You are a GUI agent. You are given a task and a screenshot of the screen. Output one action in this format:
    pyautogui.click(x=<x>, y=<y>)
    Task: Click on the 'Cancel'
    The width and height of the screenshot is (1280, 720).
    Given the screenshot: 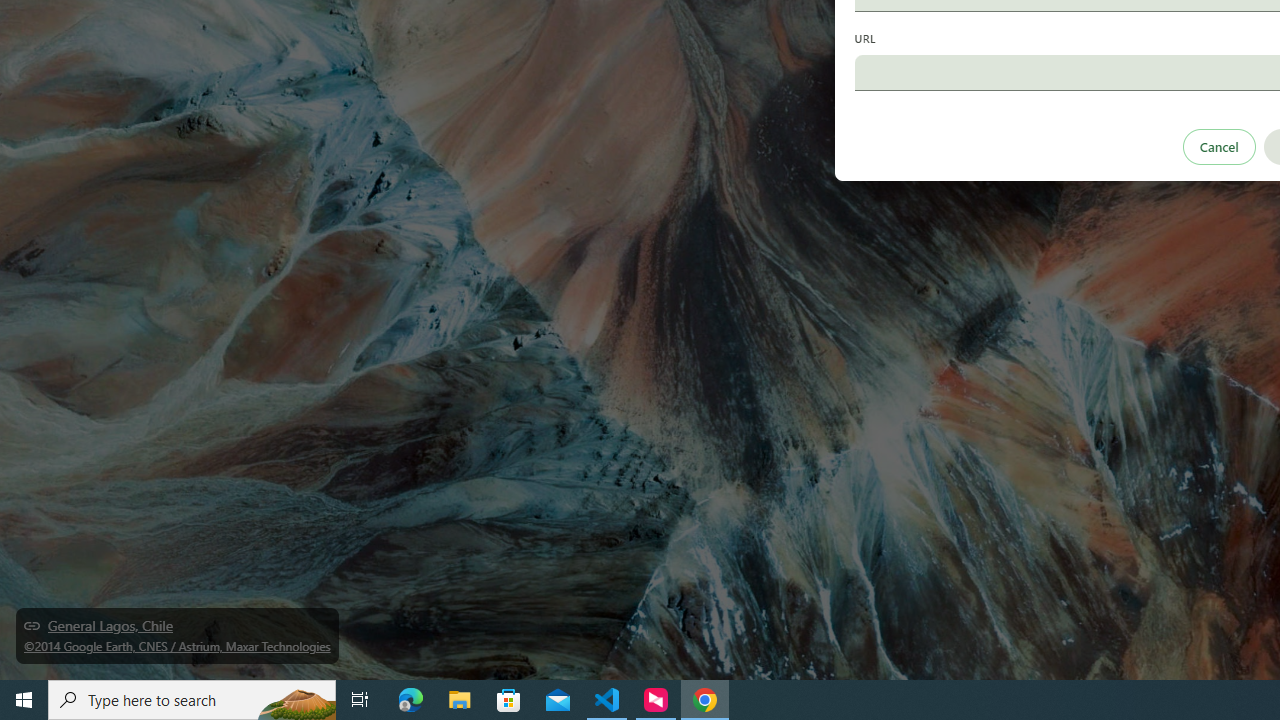 What is the action you would take?
    pyautogui.click(x=1217, y=145)
    